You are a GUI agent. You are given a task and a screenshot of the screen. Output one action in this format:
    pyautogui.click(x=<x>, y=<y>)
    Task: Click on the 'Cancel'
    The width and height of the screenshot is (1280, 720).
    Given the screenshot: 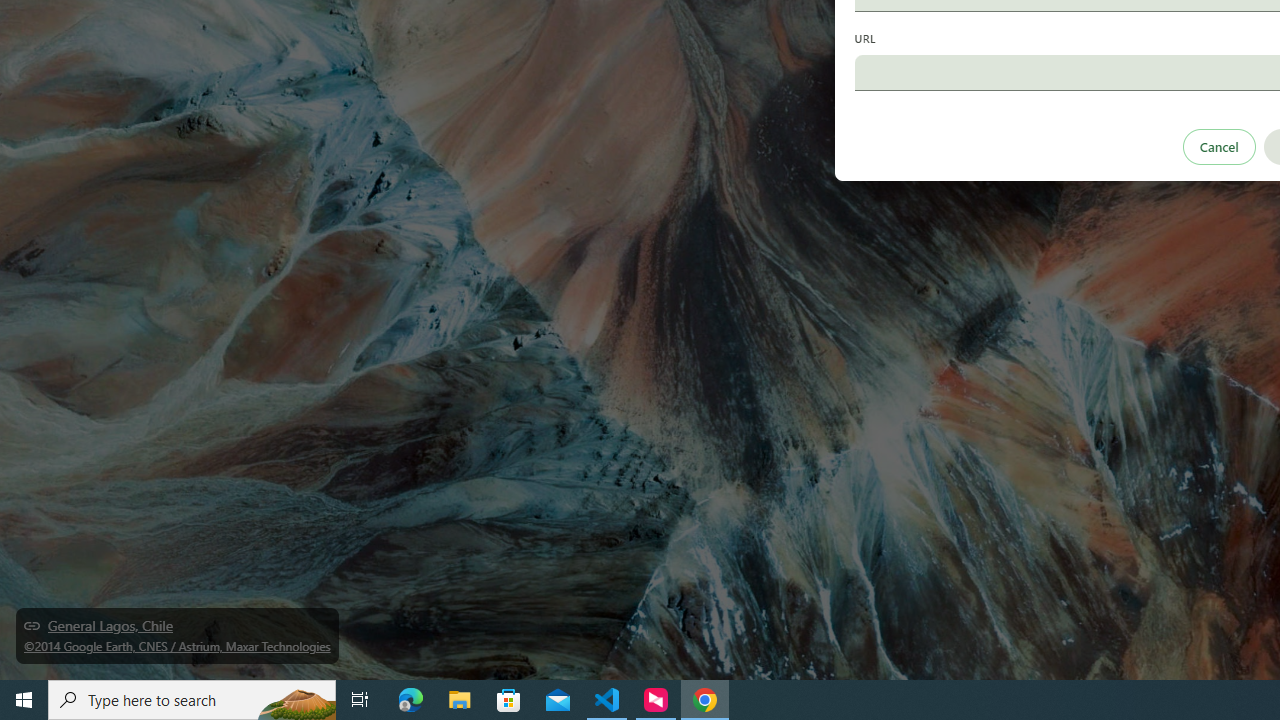 What is the action you would take?
    pyautogui.click(x=1217, y=145)
    